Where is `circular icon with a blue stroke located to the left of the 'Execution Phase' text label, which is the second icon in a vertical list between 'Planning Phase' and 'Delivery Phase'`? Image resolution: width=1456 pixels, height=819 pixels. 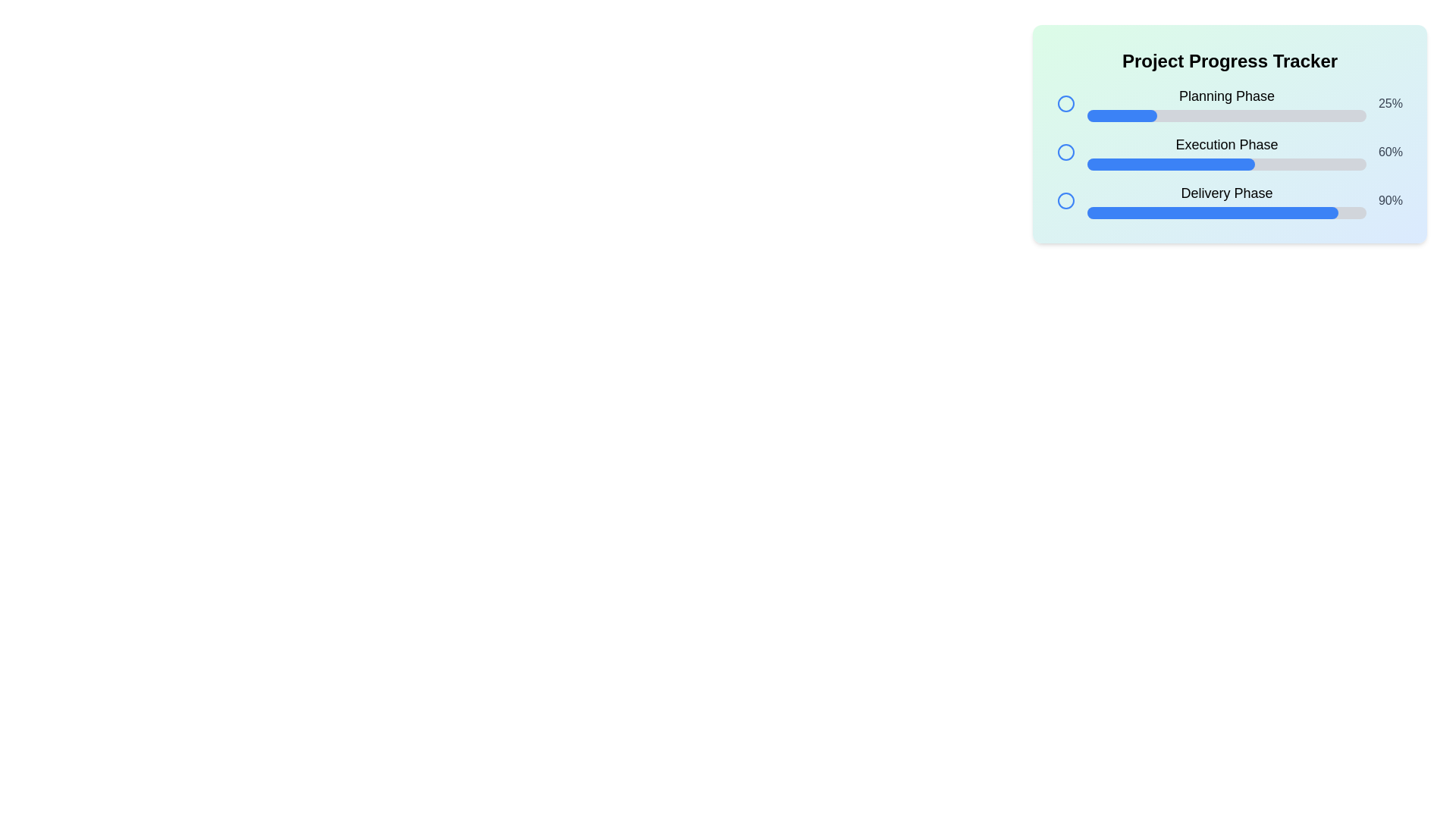
circular icon with a blue stroke located to the left of the 'Execution Phase' text label, which is the second icon in a vertical list between 'Planning Phase' and 'Delivery Phase' is located at coordinates (1065, 152).